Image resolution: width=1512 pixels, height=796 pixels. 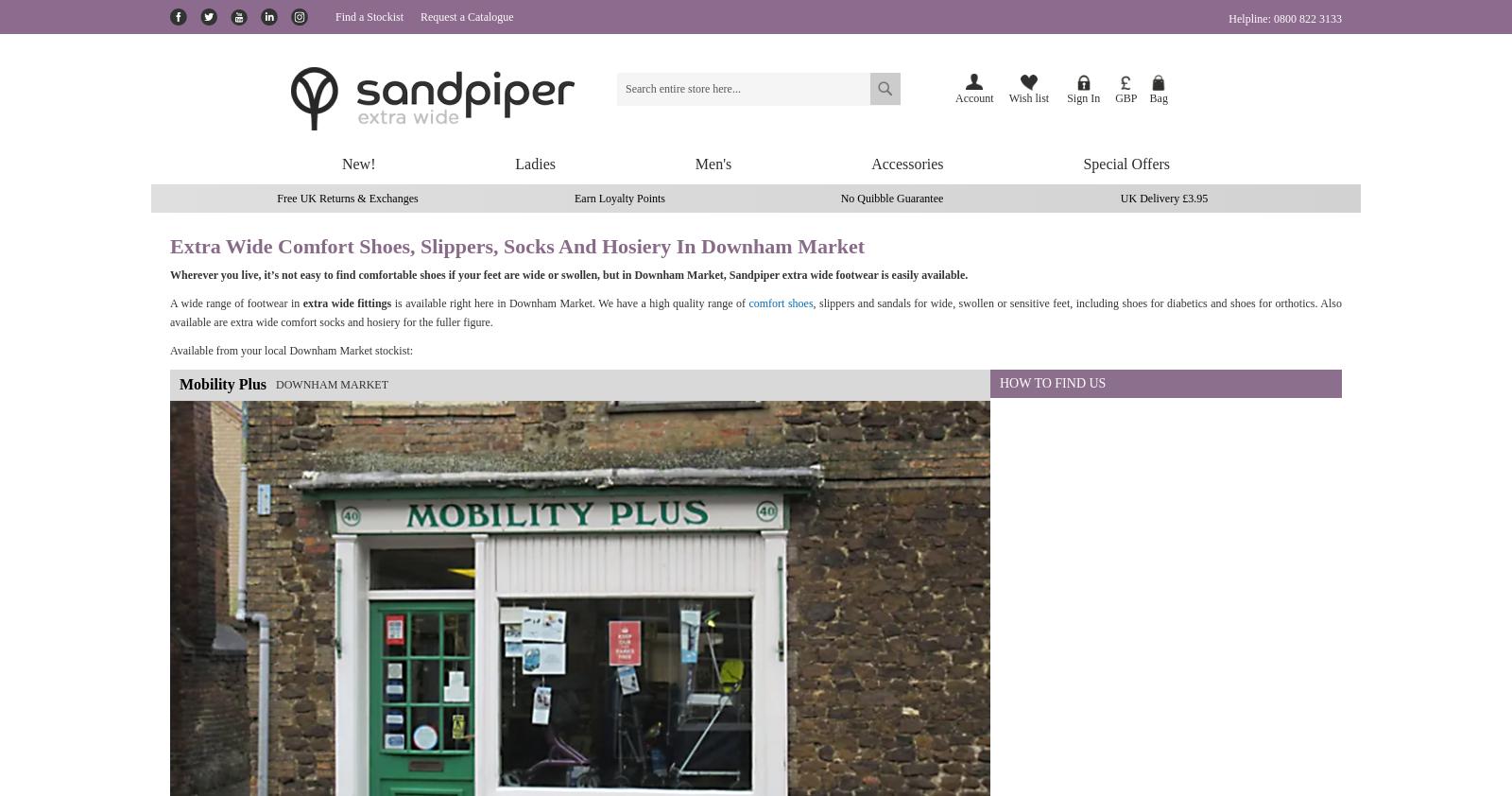 What do you see at coordinates (1162, 197) in the screenshot?
I see `'UK Delivery £3.95'` at bounding box center [1162, 197].